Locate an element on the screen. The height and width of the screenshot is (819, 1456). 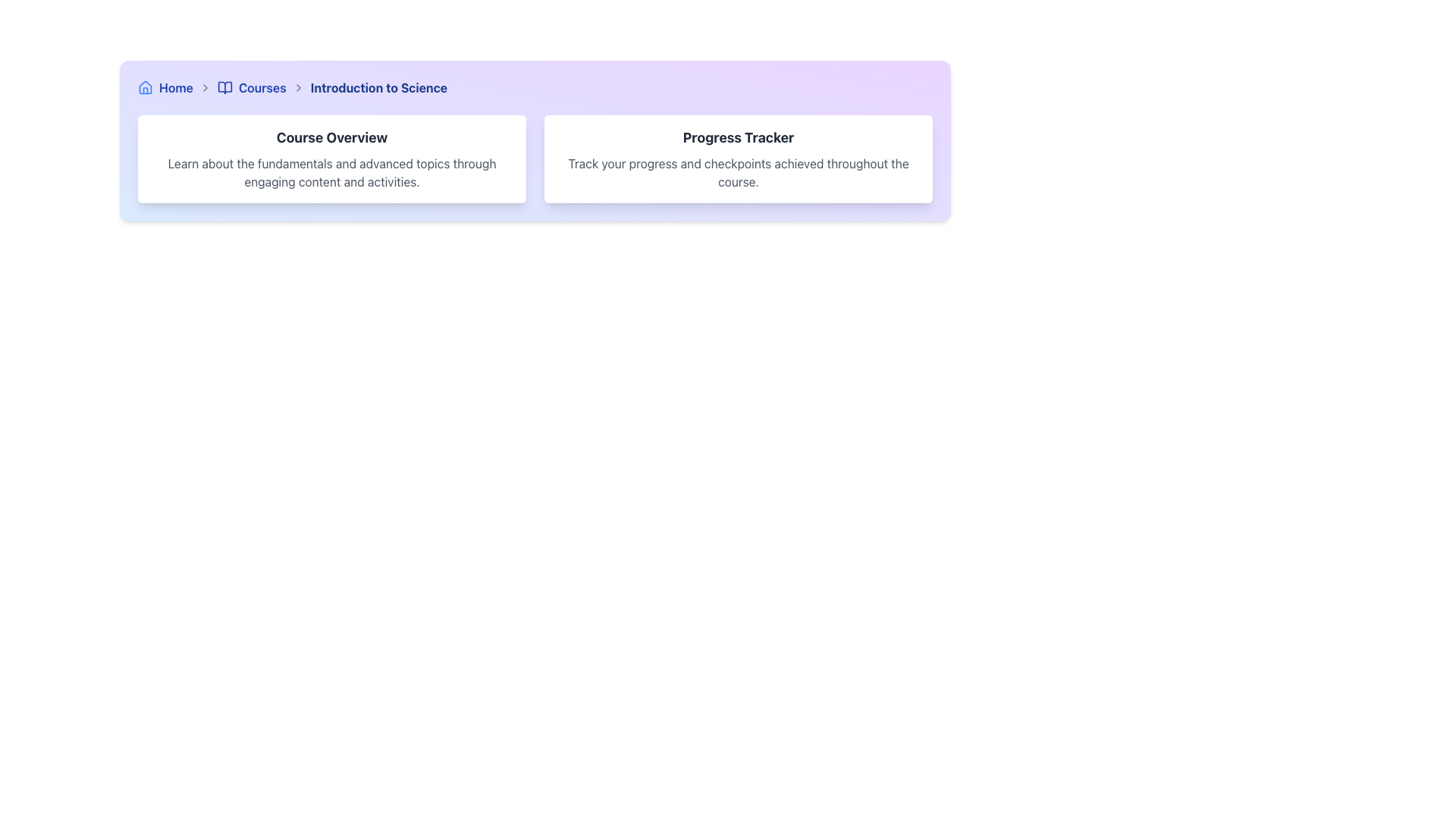
the Text Label that serves as a title or heading for the section, positioned above the description text 'Track your progress and checkpoints achieved throughout the course.' is located at coordinates (739, 137).